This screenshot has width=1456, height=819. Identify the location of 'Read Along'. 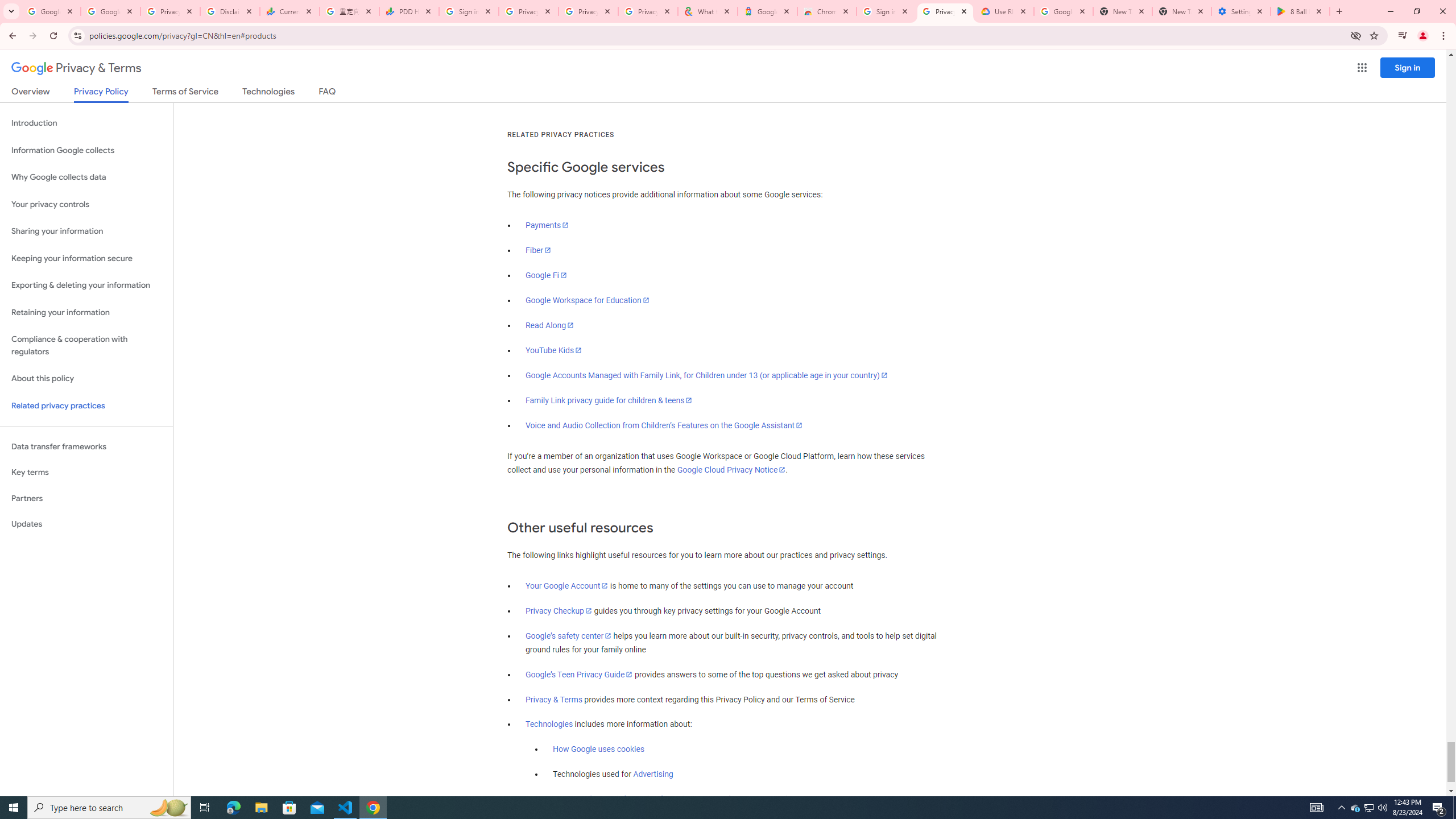
(549, 324).